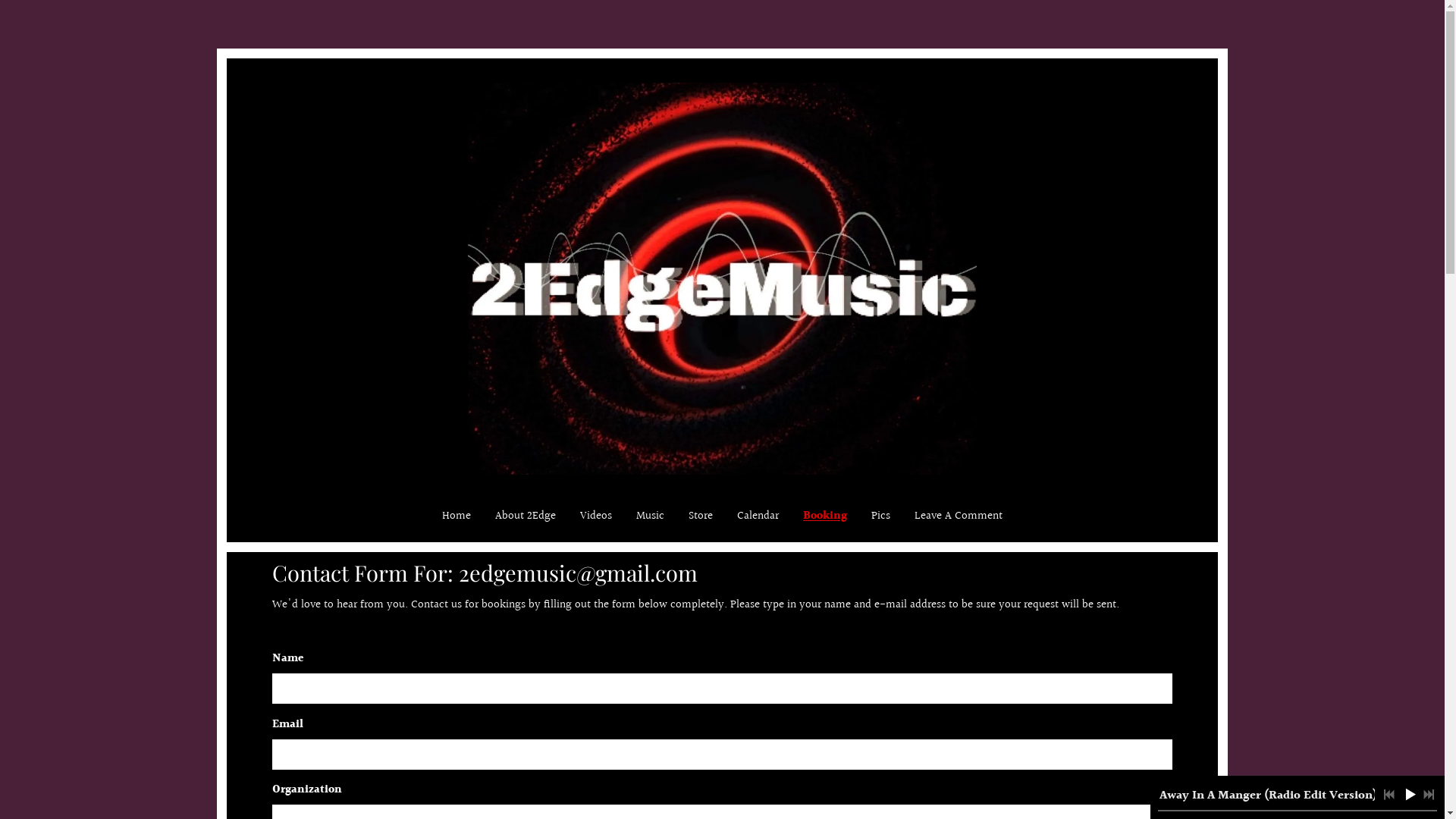 This screenshot has width=1456, height=819. I want to click on 'Store', so click(699, 516).